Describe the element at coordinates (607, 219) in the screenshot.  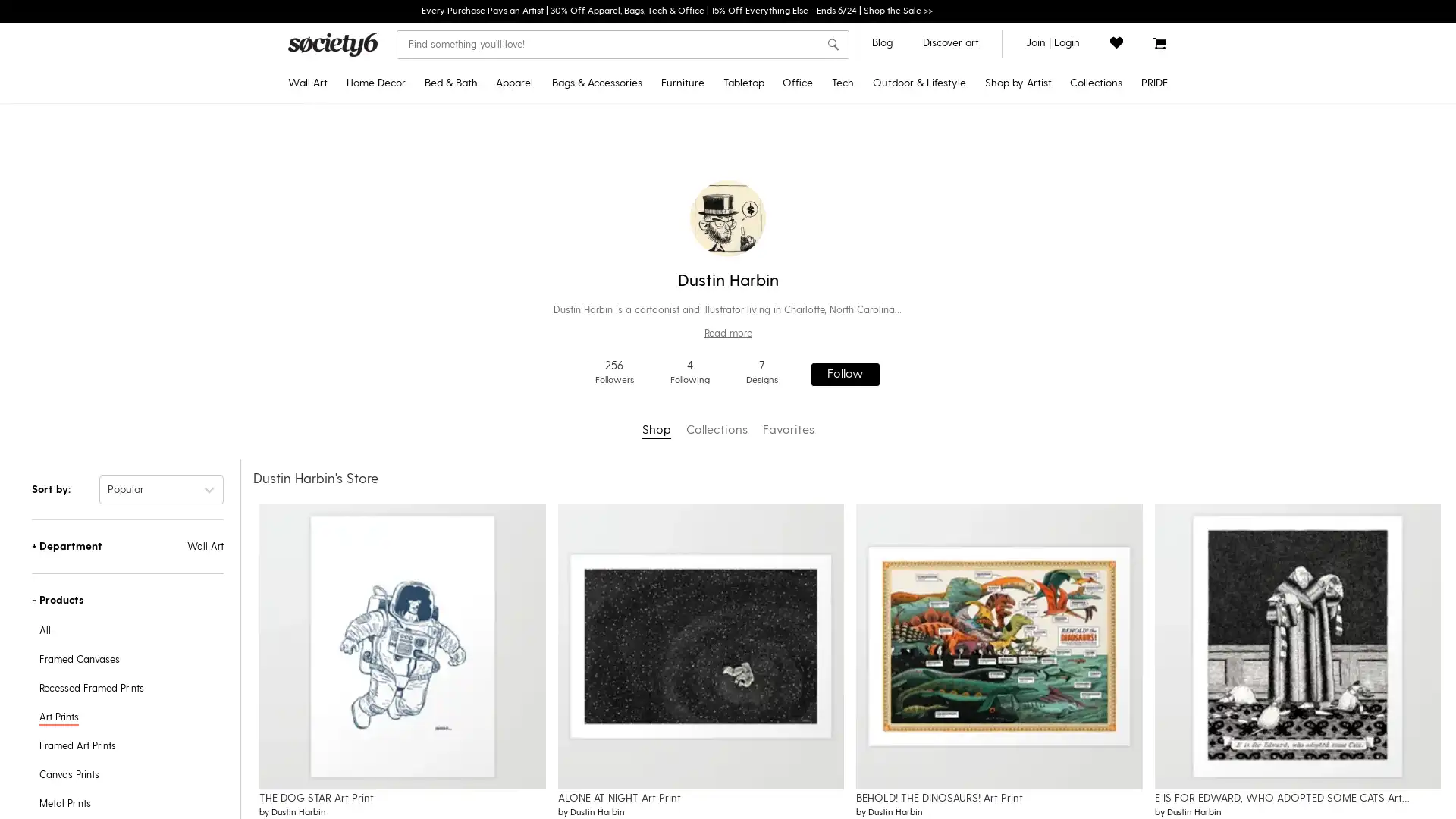
I see `Socks` at that location.